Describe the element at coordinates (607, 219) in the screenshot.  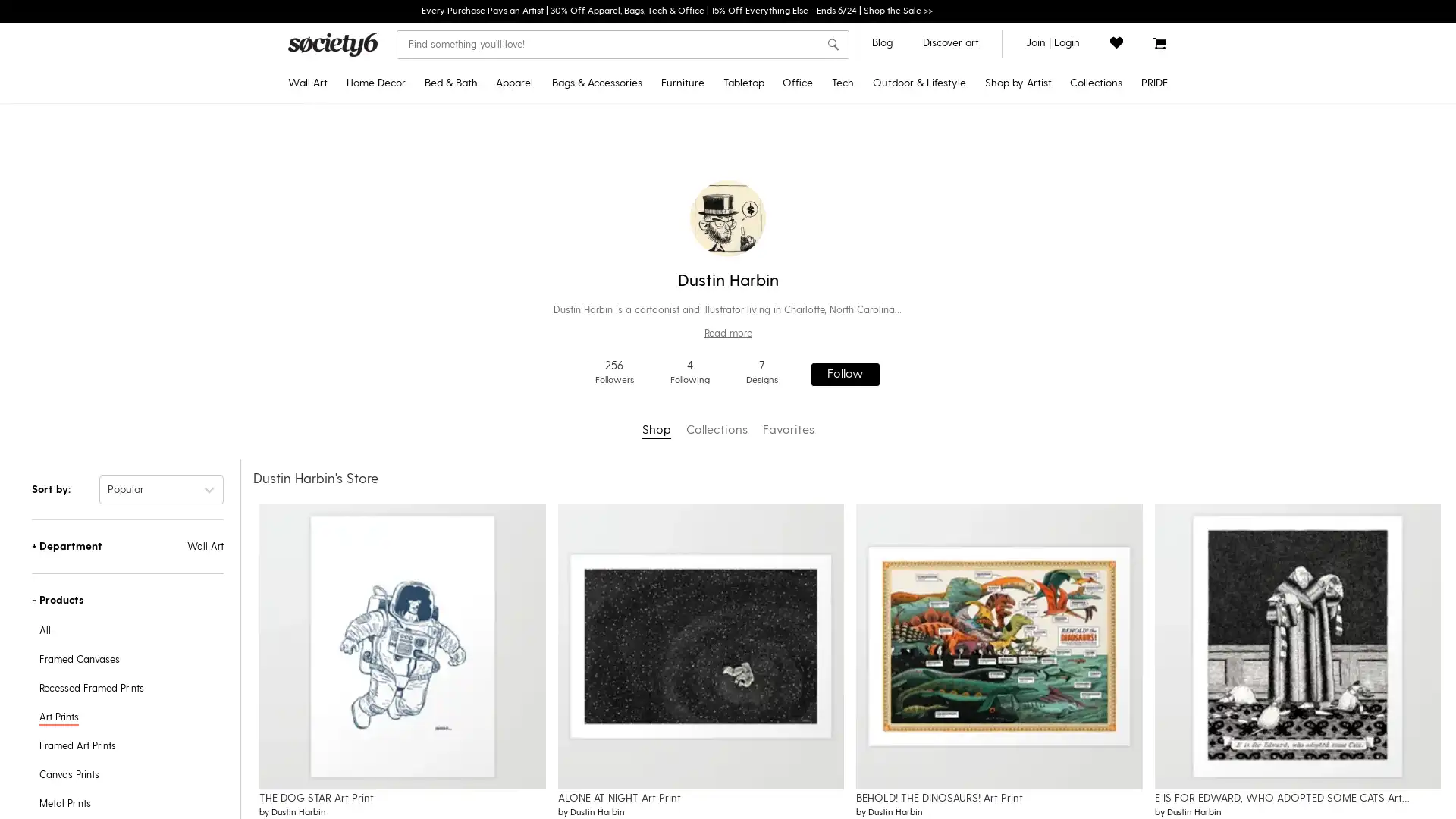
I see `Socks` at that location.